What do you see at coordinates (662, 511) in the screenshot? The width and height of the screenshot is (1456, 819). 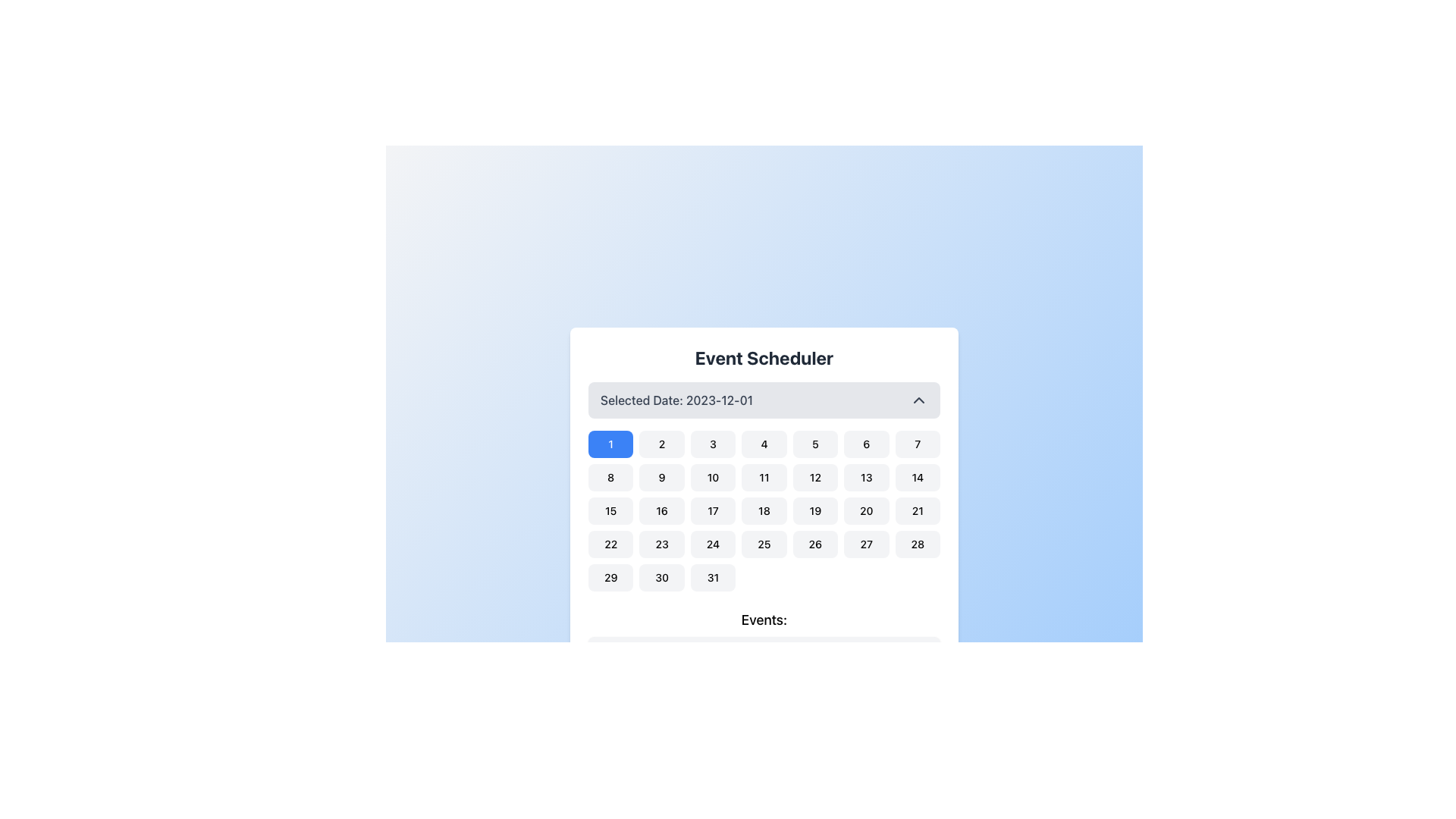 I see `the button displaying the number '16' which is part of a grid layout` at bounding box center [662, 511].